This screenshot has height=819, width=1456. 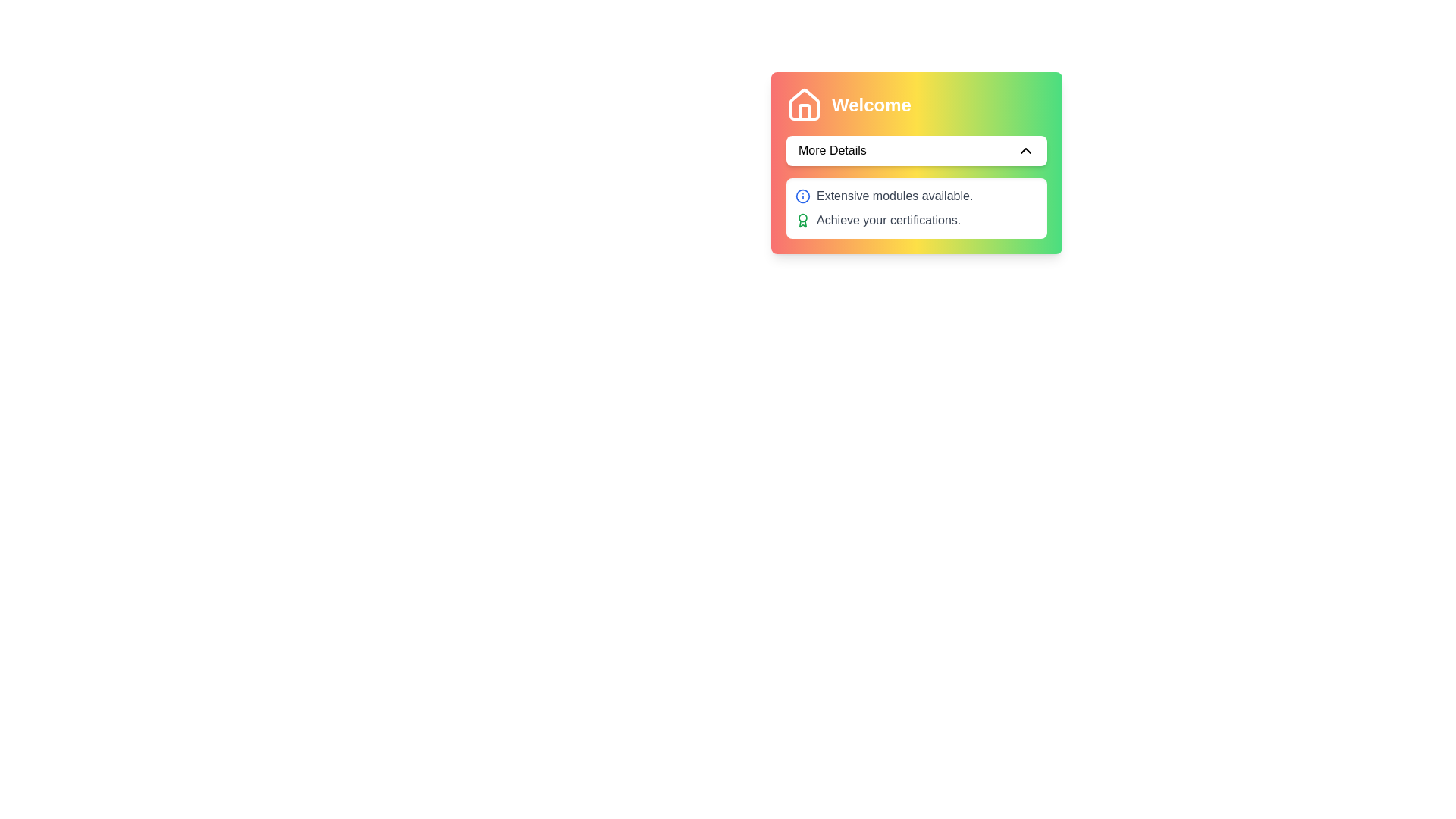 What do you see at coordinates (803, 104) in the screenshot?
I see `the house-shaped icon with a bold outline located in the top-left corner of the 'Welcome' card` at bounding box center [803, 104].